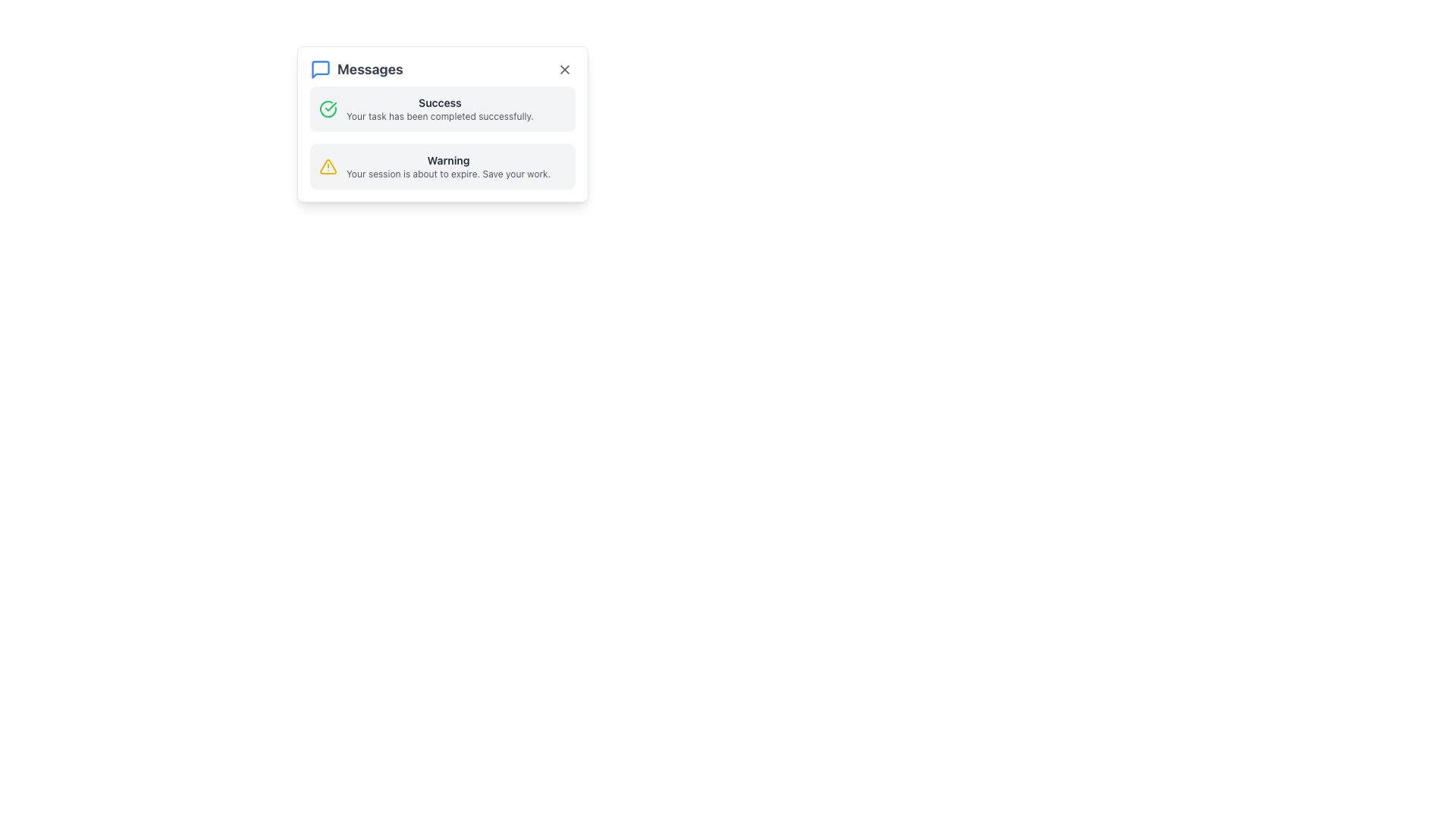 This screenshot has height=819, width=1456. I want to click on the success status icon located in the left section of the message box, which visually indicates the completion of the associated message, so click(327, 108).